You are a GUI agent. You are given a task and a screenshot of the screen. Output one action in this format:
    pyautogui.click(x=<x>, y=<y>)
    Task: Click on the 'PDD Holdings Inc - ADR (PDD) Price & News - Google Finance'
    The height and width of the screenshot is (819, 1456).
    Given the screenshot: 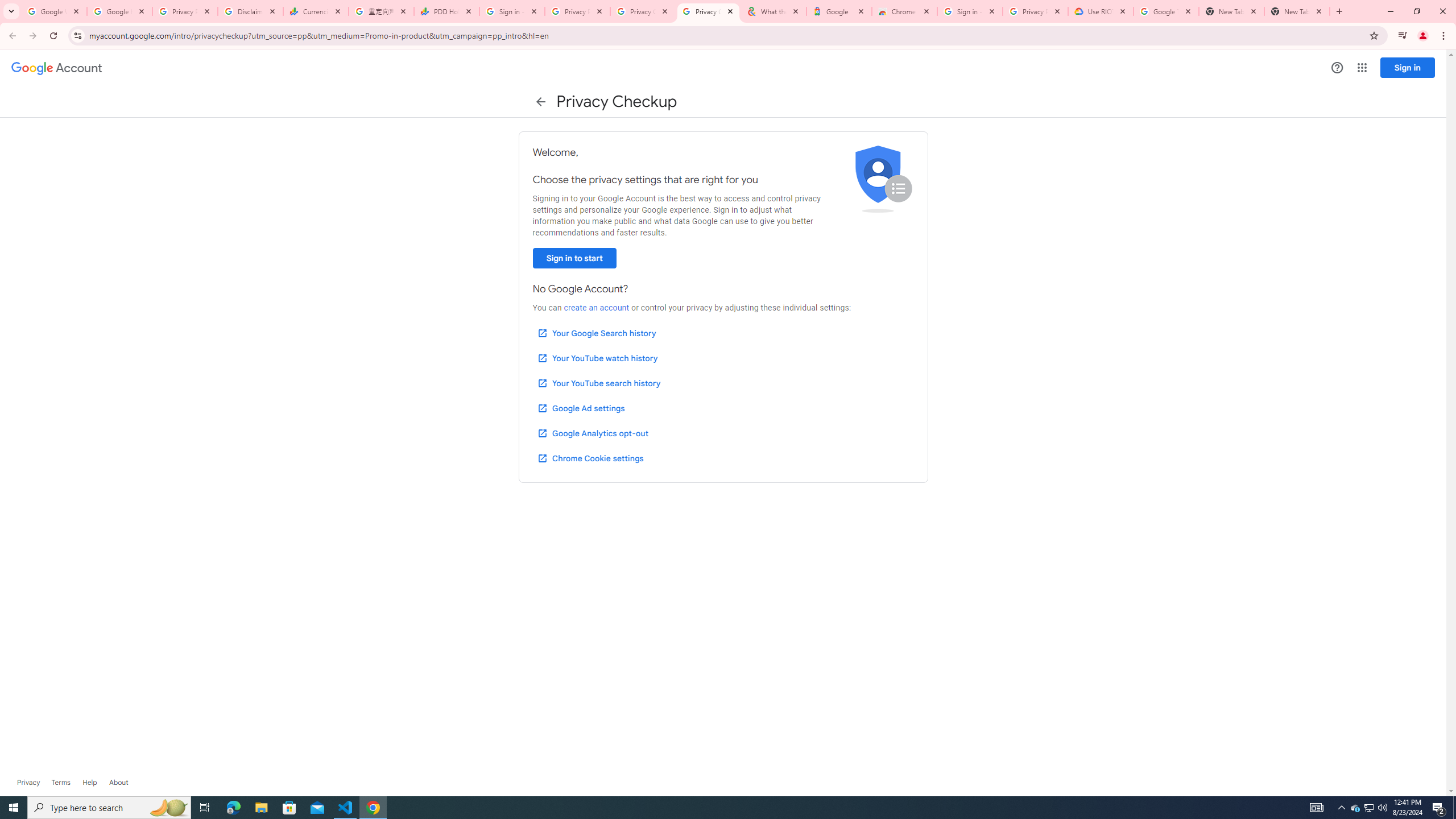 What is the action you would take?
    pyautogui.click(x=446, y=11)
    